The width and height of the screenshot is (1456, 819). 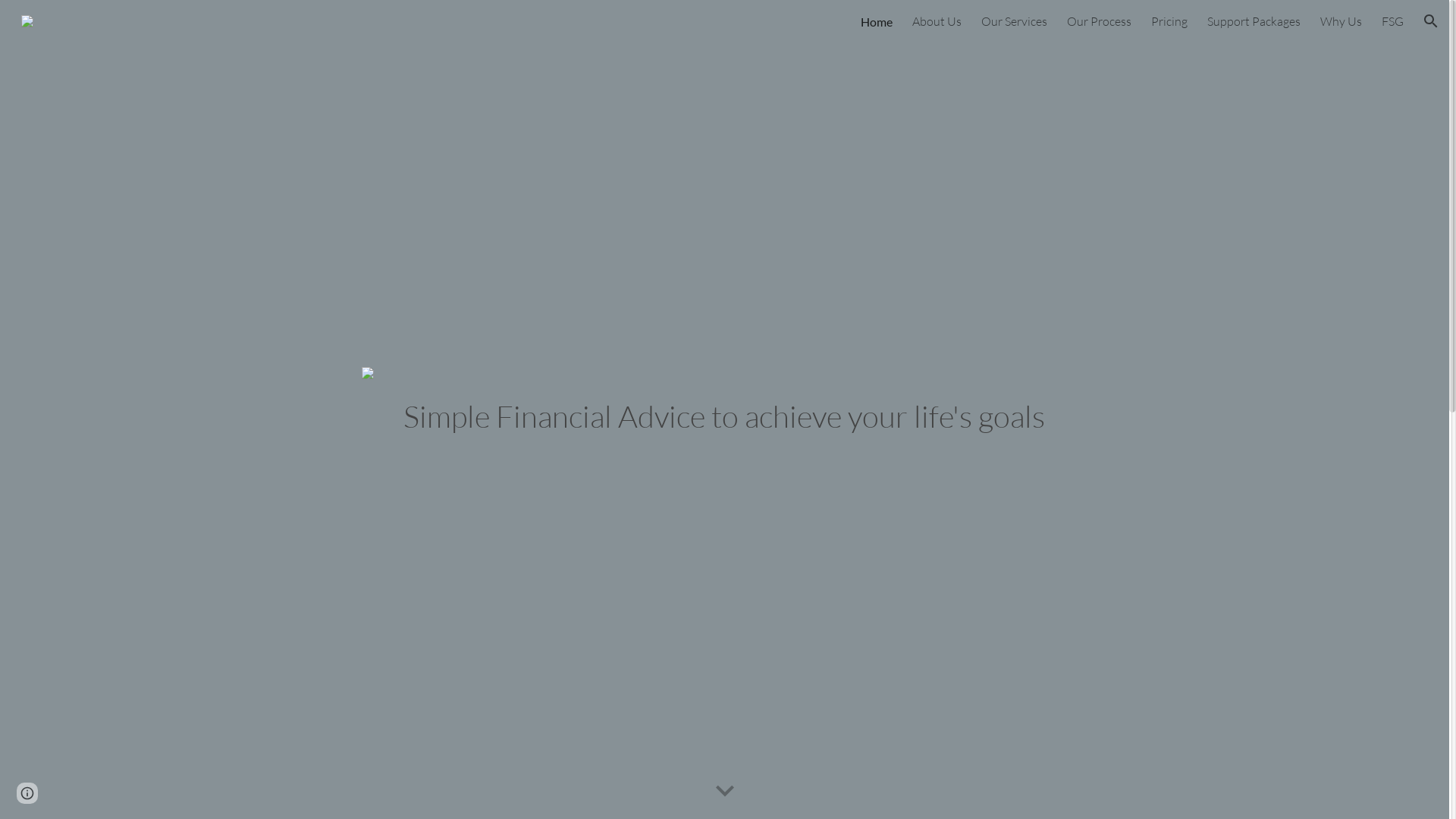 What do you see at coordinates (1207, 20) in the screenshot?
I see `'Support Packages'` at bounding box center [1207, 20].